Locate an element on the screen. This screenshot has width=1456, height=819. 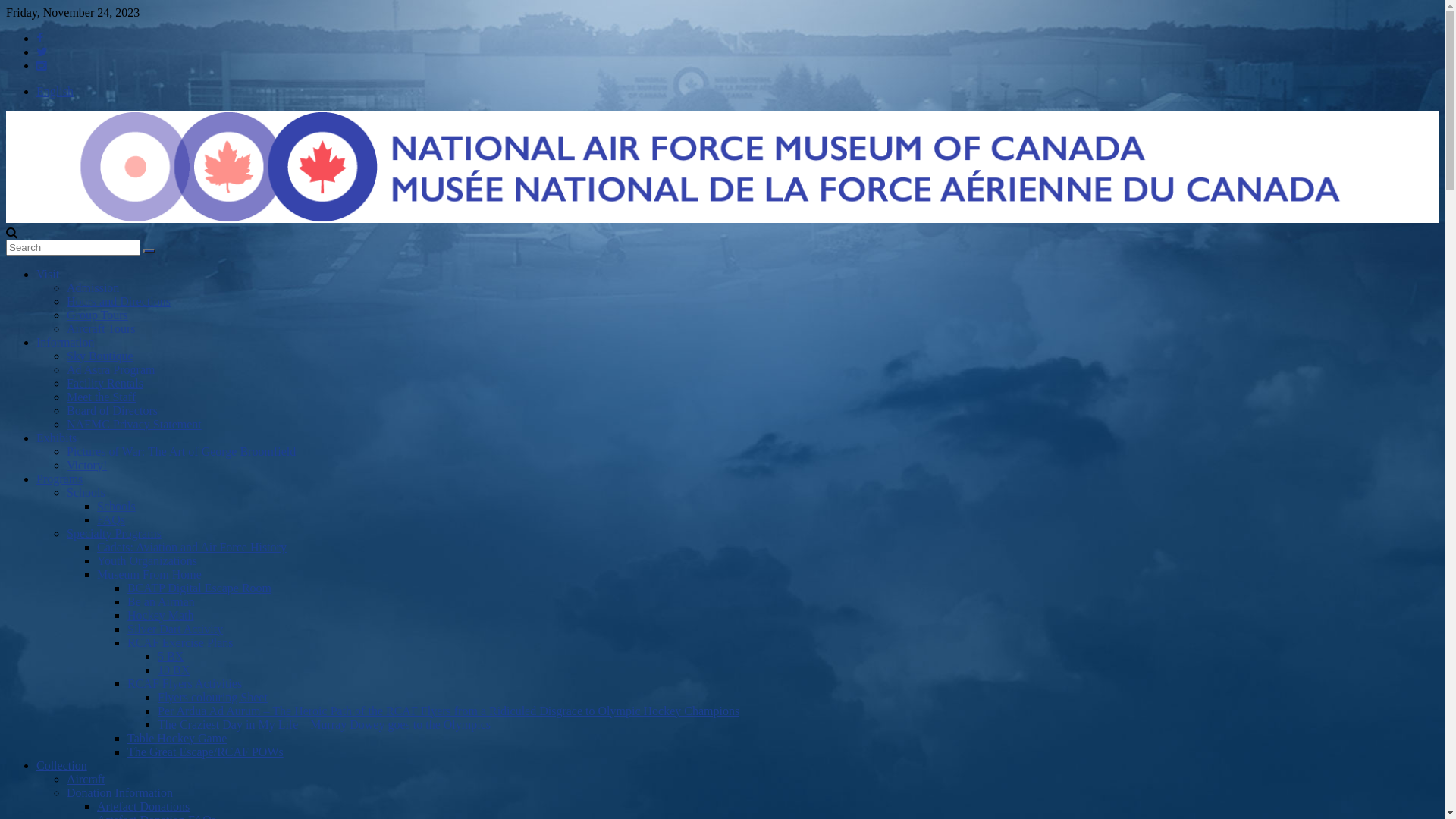
'RCAF Exercise Plans' is located at coordinates (180, 642).